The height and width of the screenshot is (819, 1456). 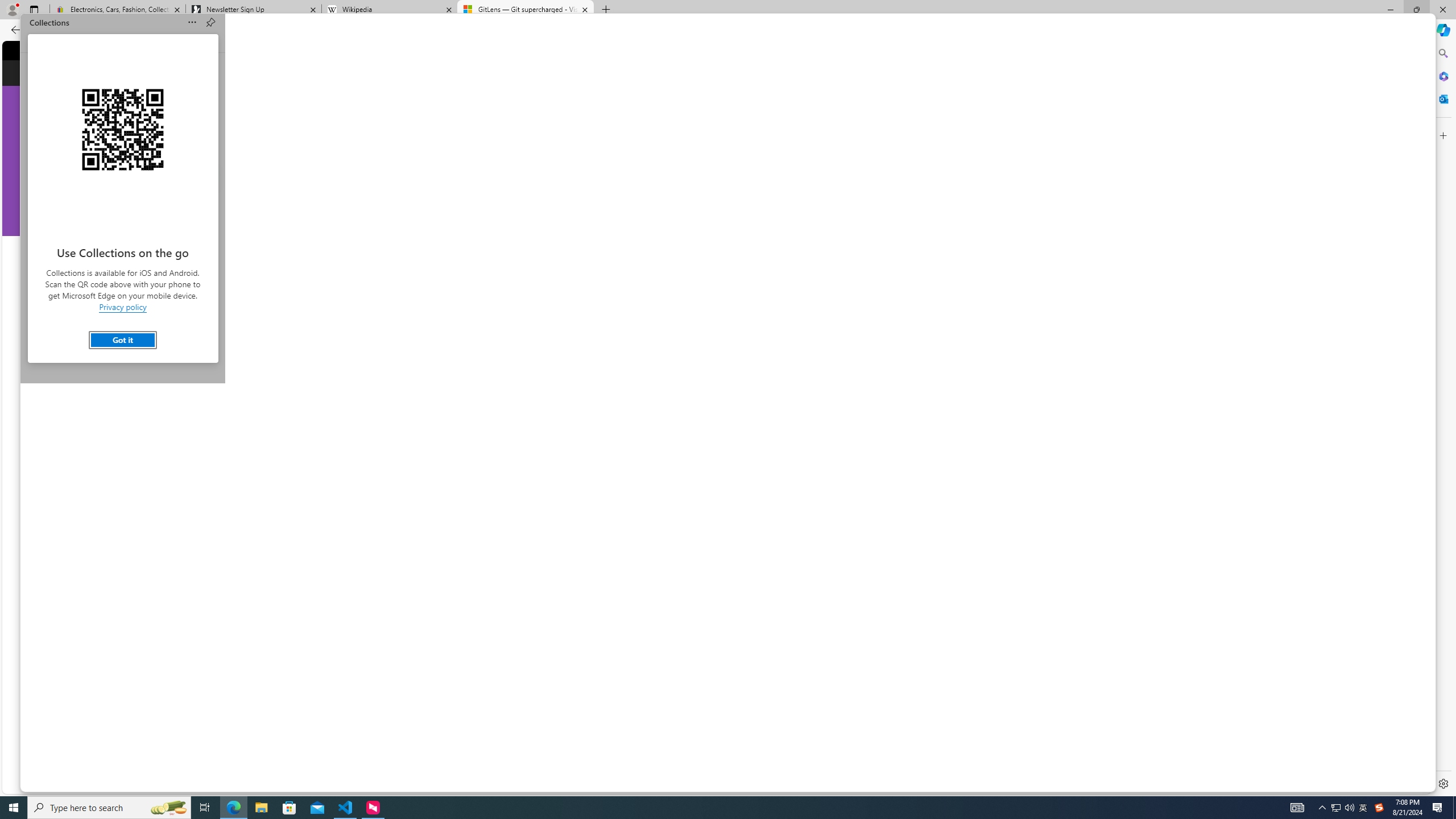 I want to click on 'Pin Collections', so click(x=209, y=22).